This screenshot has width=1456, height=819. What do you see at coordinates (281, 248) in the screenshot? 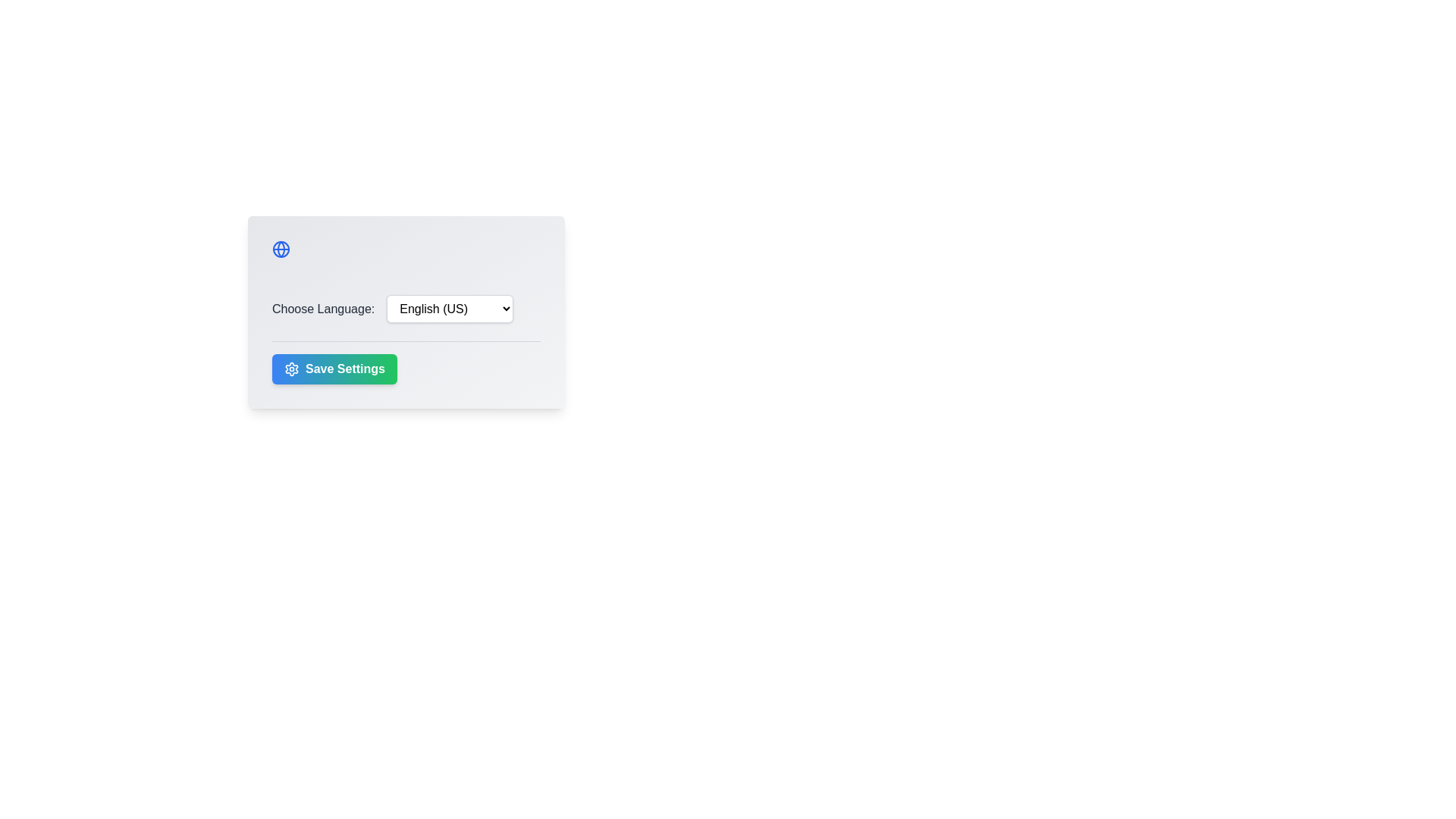
I see `the decorative SVG Circle that is part of the 'globe' icon in the top-left corner of the settings dialog, representing language or global settings` at bounding box center [281, 248].